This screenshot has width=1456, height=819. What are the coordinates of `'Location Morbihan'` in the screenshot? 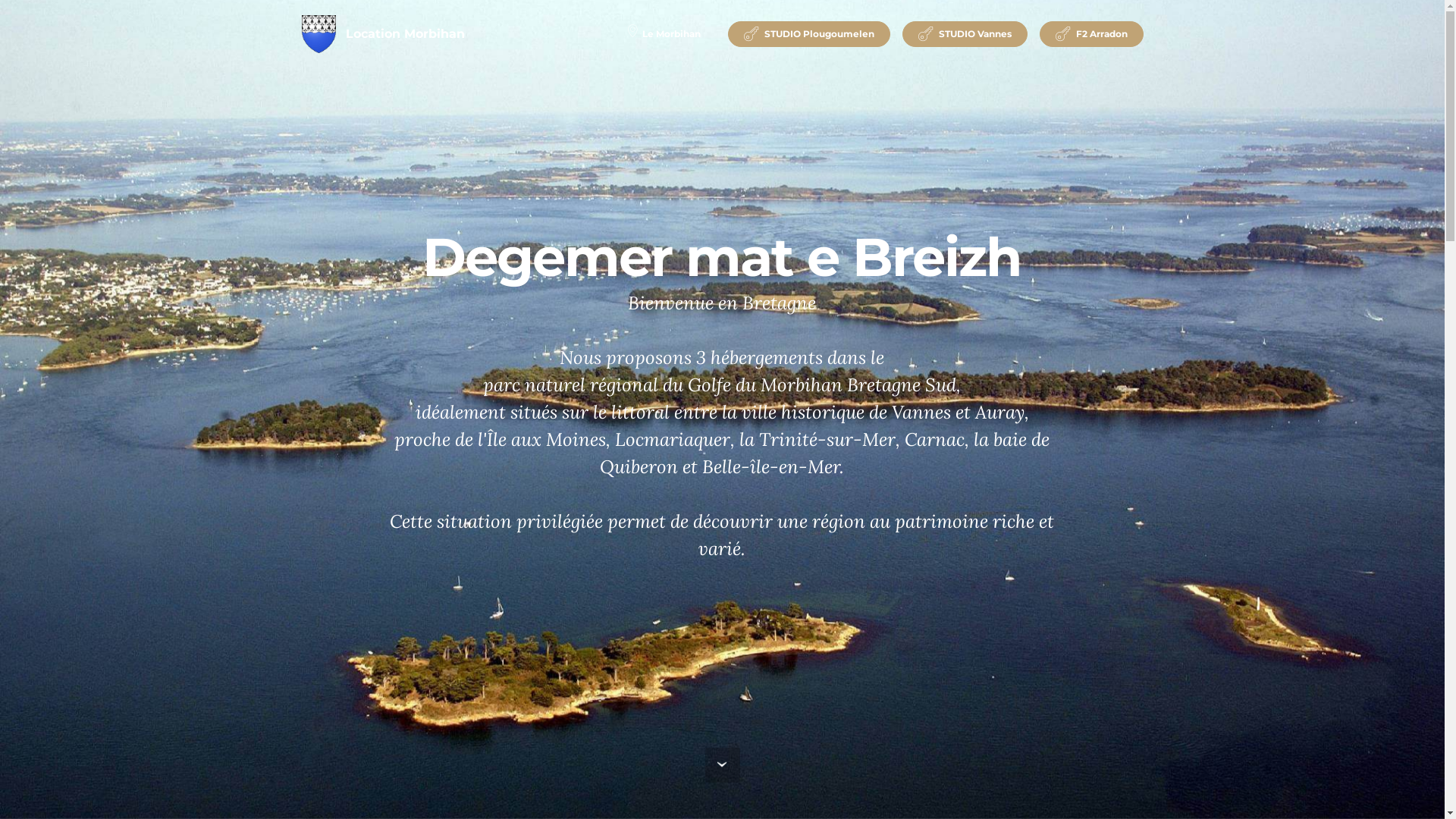 It's located at (405, 34).